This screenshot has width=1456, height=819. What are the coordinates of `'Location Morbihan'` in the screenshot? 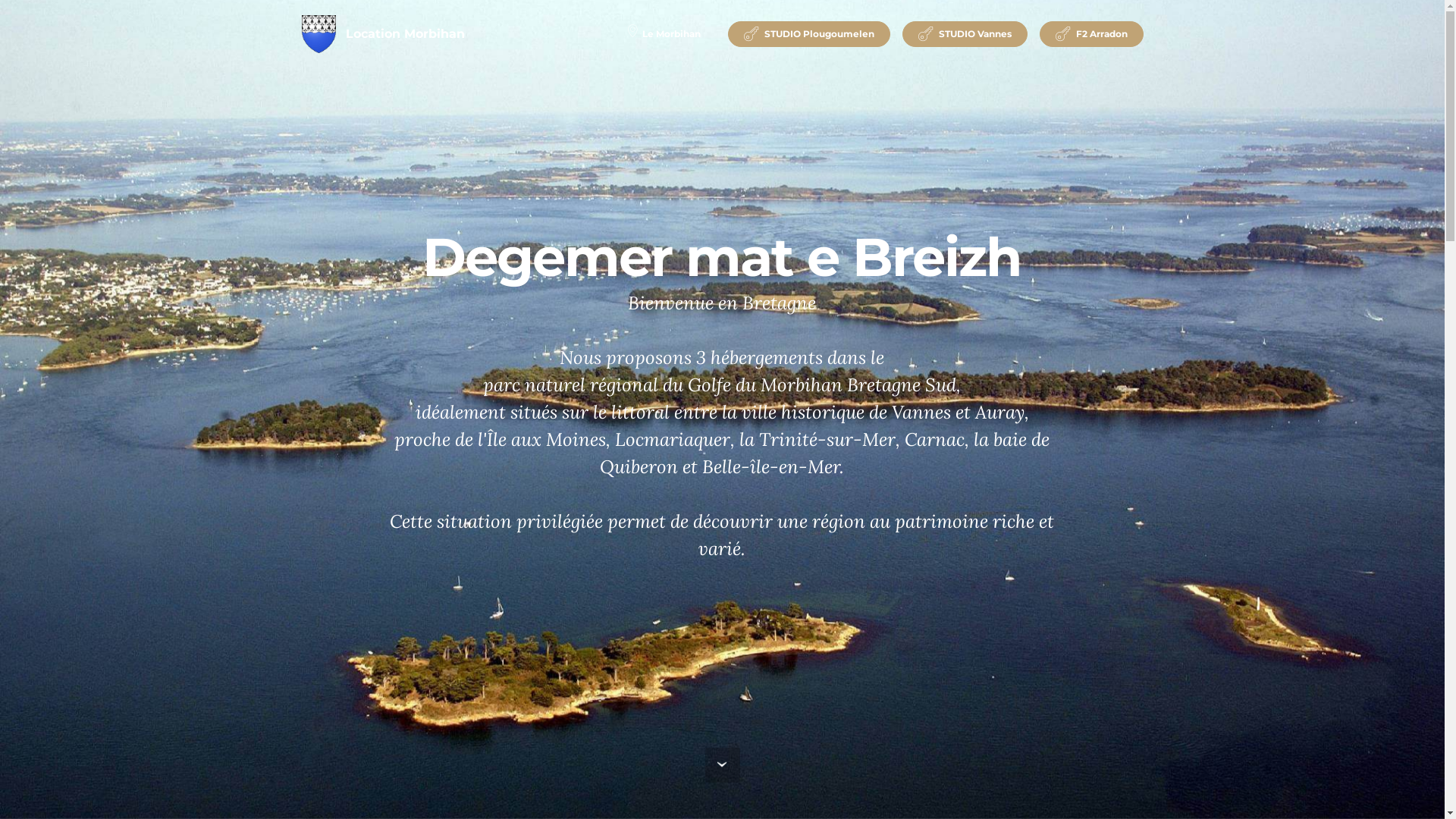 It's located at (405, 34).